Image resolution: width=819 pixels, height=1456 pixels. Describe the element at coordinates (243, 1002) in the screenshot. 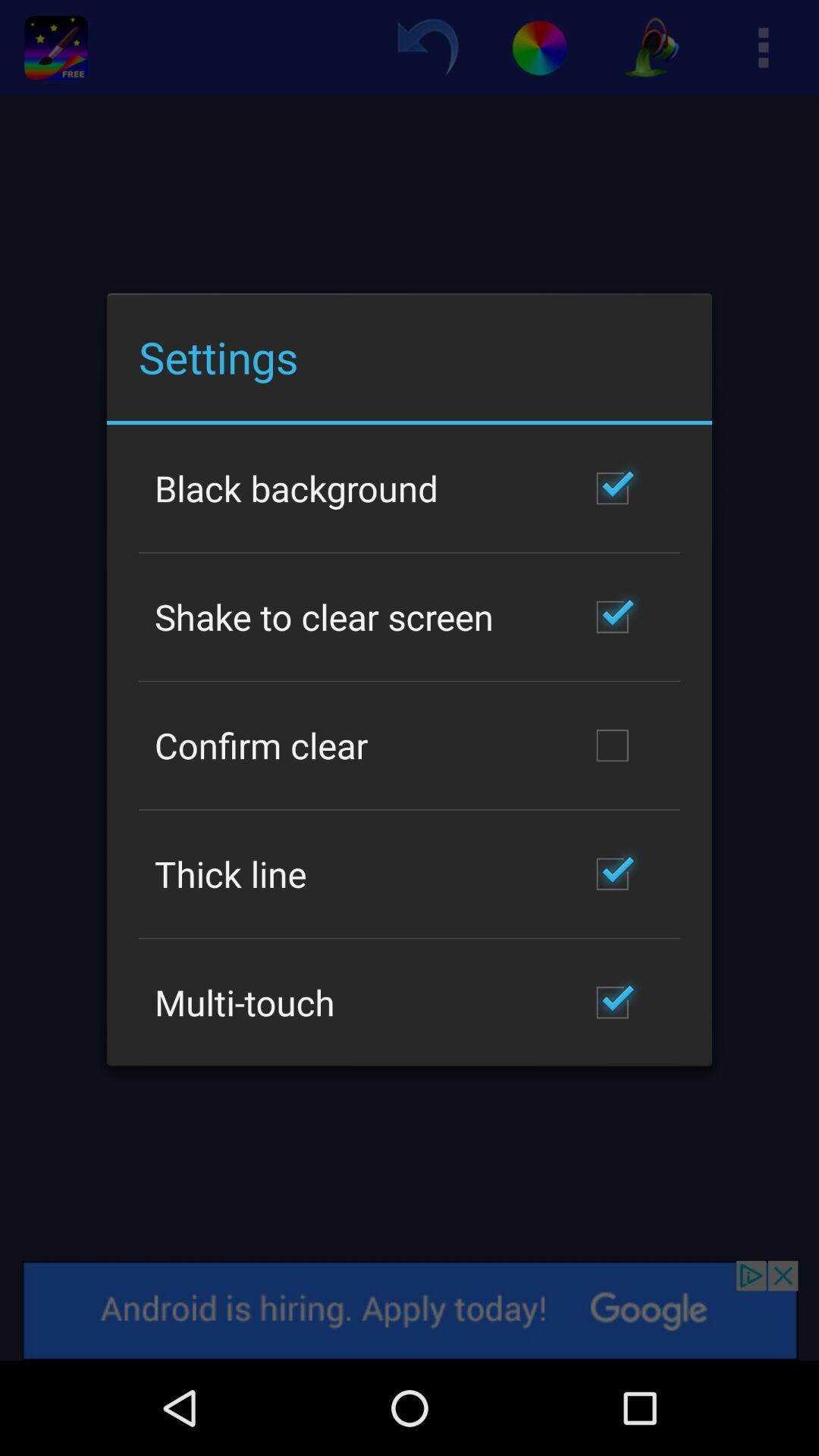

I see `multi-touch app` at that location.